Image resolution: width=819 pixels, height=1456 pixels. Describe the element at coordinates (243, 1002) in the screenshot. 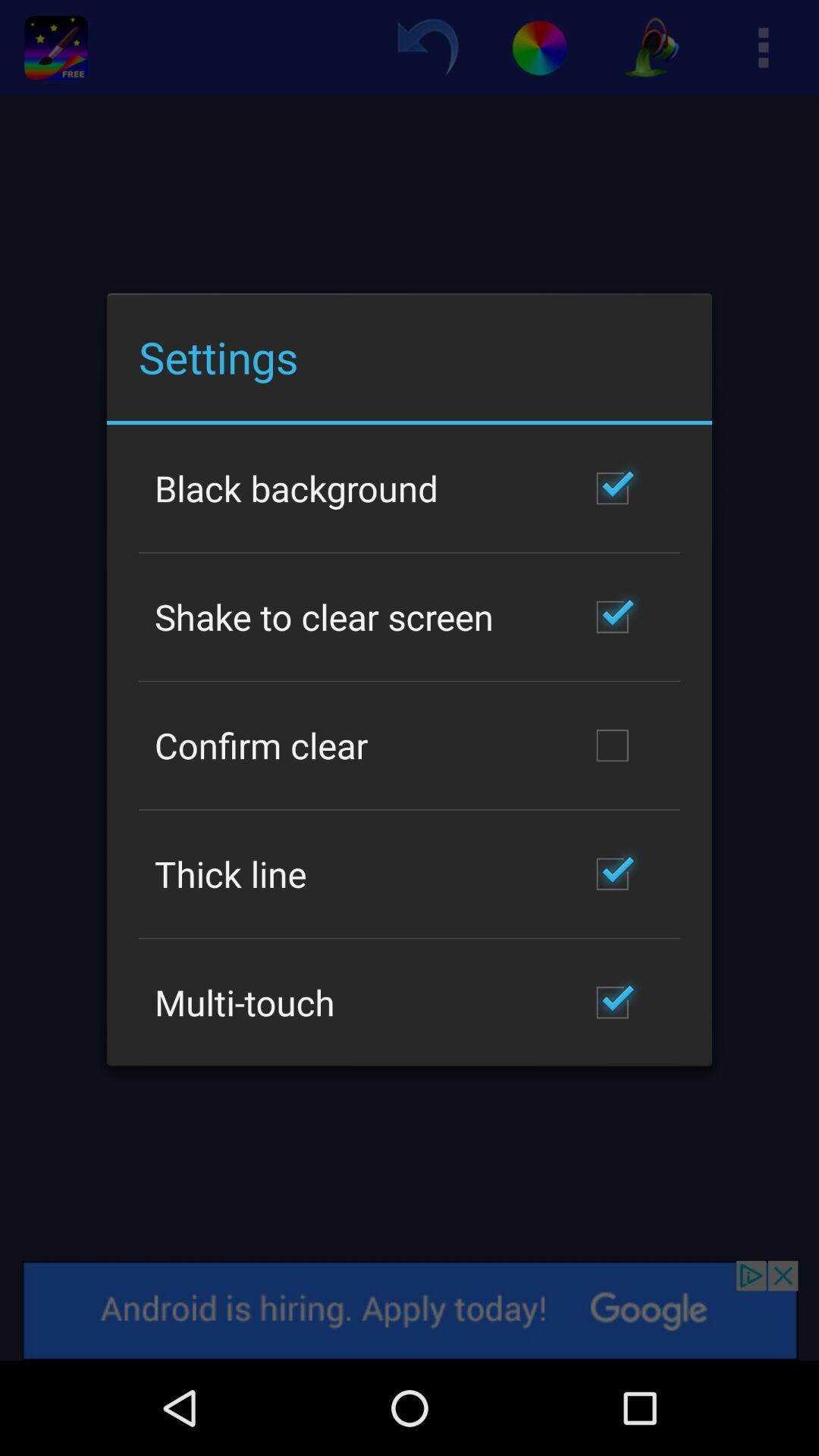

I see `multi-touch app` at that location.